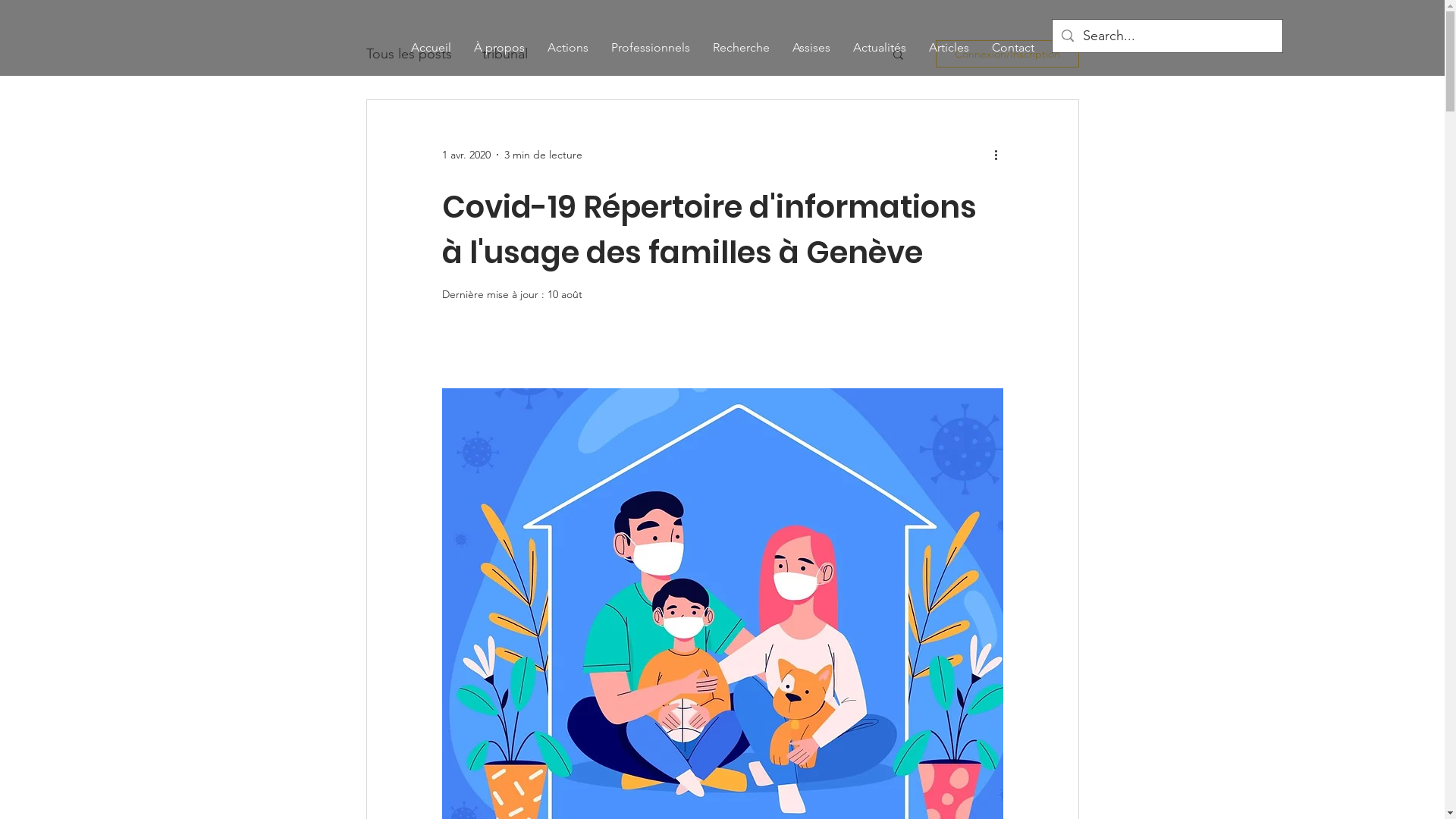  Describe the element at coordinates (408, 52) in the screenshot. I see `'Tous les posts'` at that location.